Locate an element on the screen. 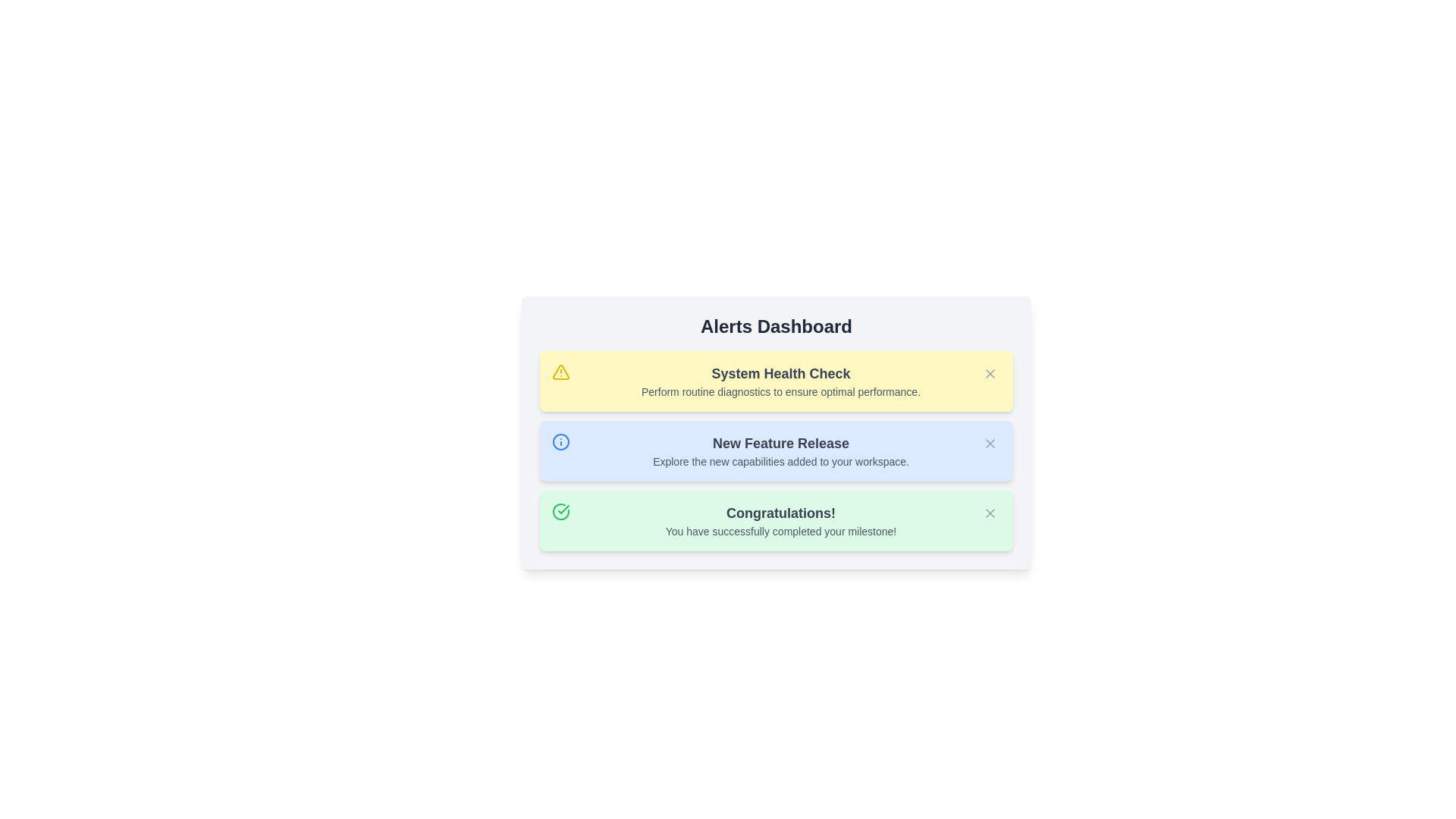  the dismiss button for the alert titled 'System Health Check' is located at coordinates (990, 374).